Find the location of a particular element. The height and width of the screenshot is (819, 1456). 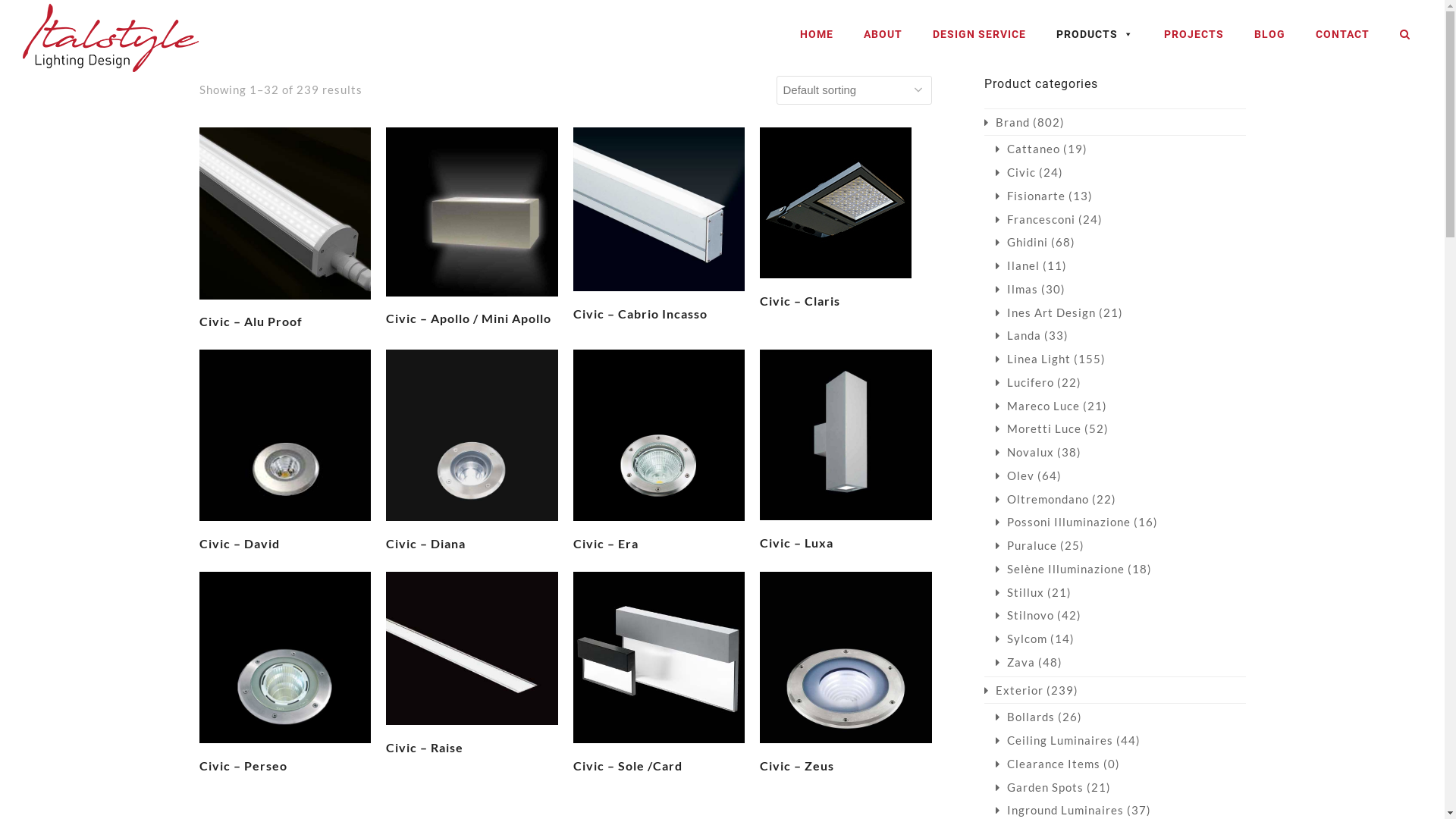

'ABOUT' is located at coordinates (883, 34).